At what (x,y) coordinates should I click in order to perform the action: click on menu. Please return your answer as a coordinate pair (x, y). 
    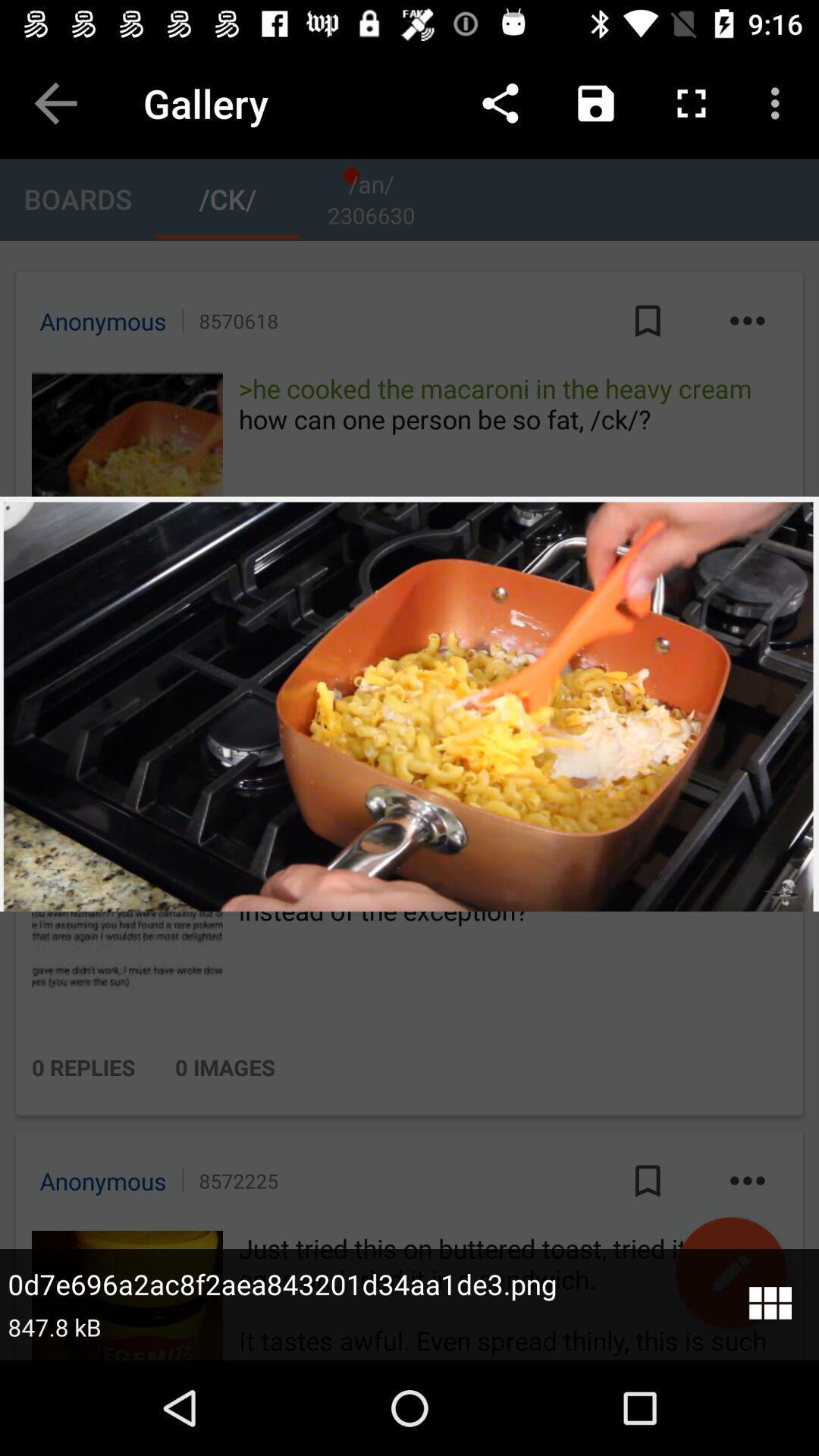
    Looking at the image, I should click on (769, 1304).